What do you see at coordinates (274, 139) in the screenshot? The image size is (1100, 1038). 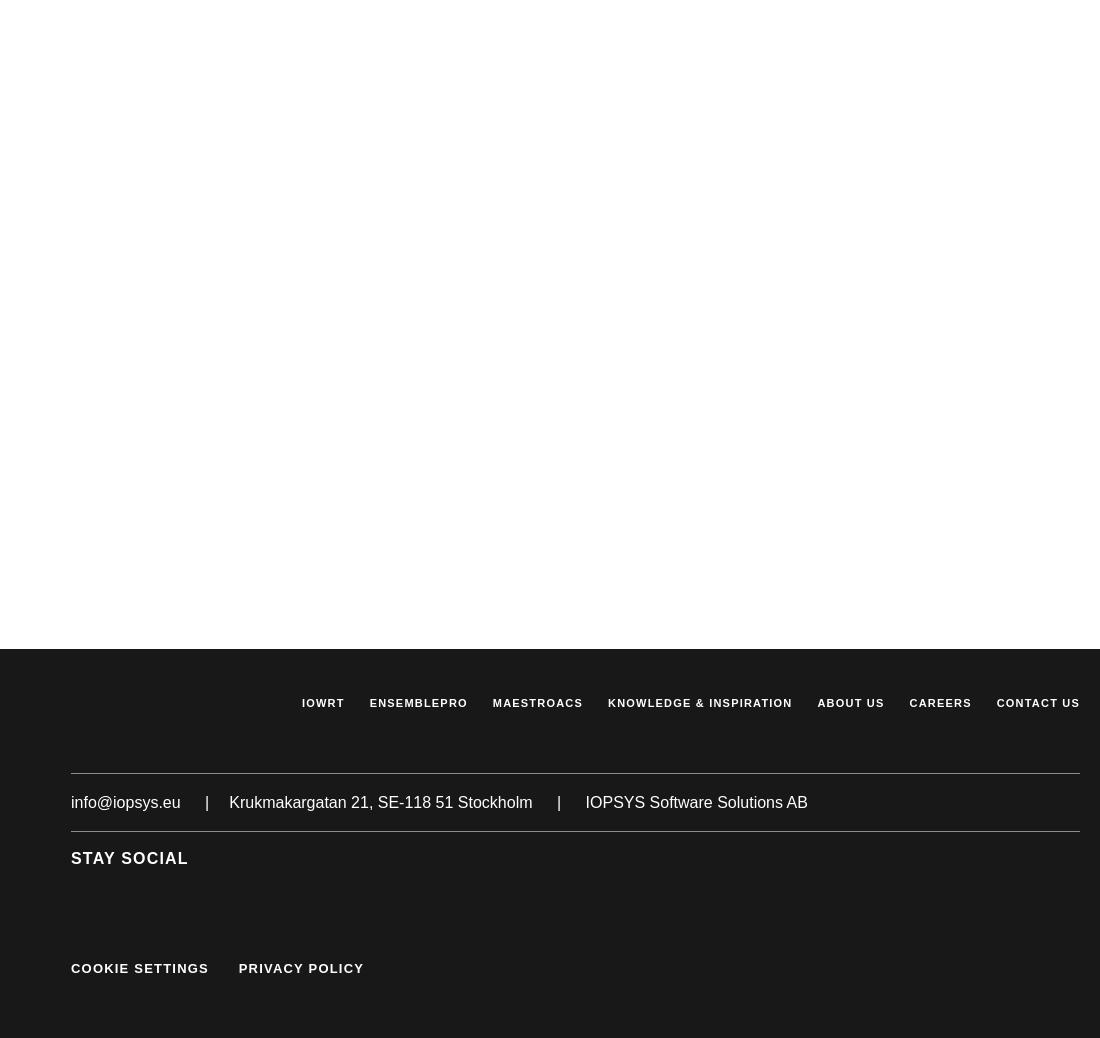 I see `'Changes to our privacy policy'` at bounding box center [274, 139].